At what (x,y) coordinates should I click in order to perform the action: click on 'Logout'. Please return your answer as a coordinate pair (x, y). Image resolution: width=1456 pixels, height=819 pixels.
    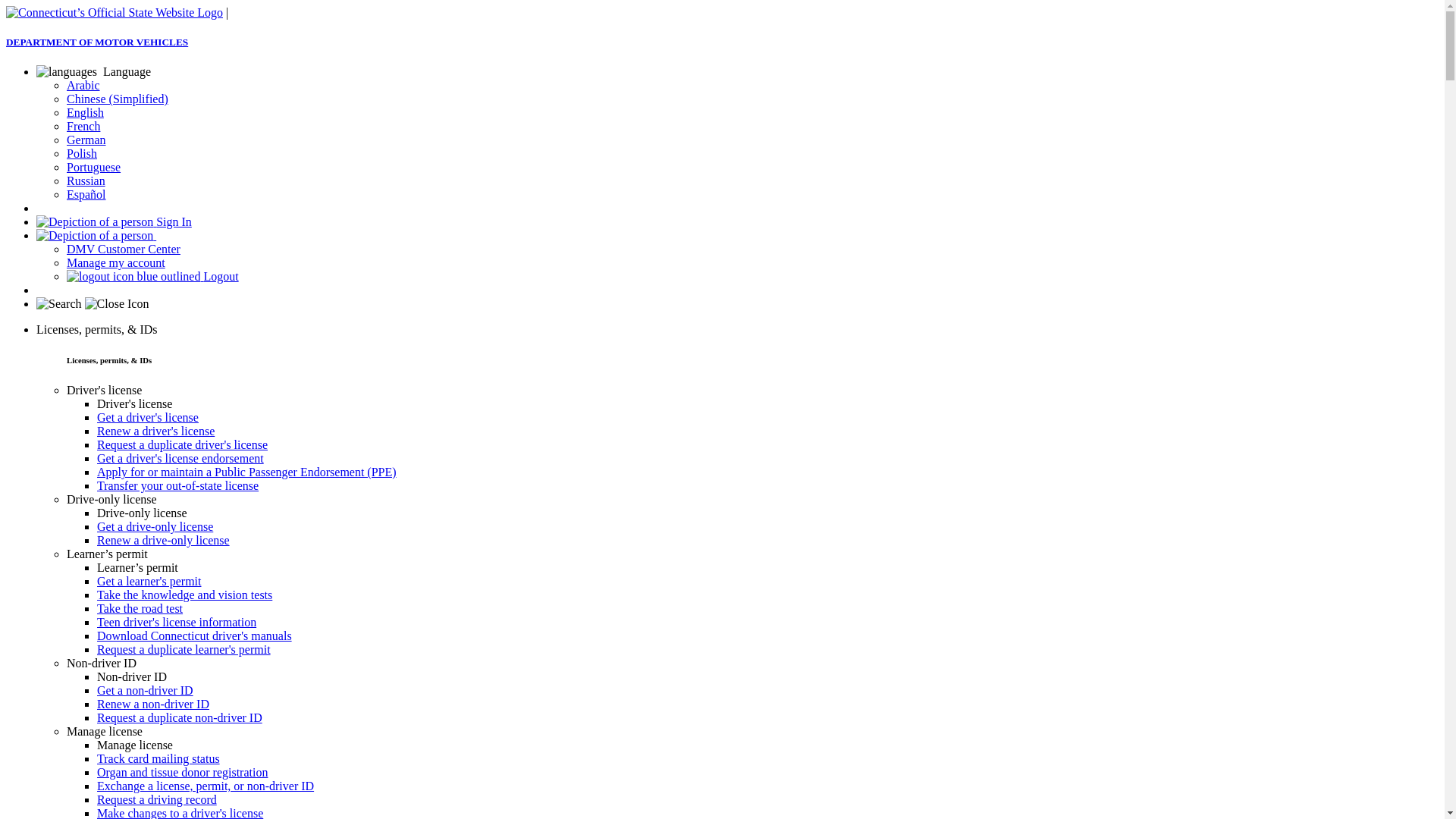
    Looking at the image, I should click on (152, 276).